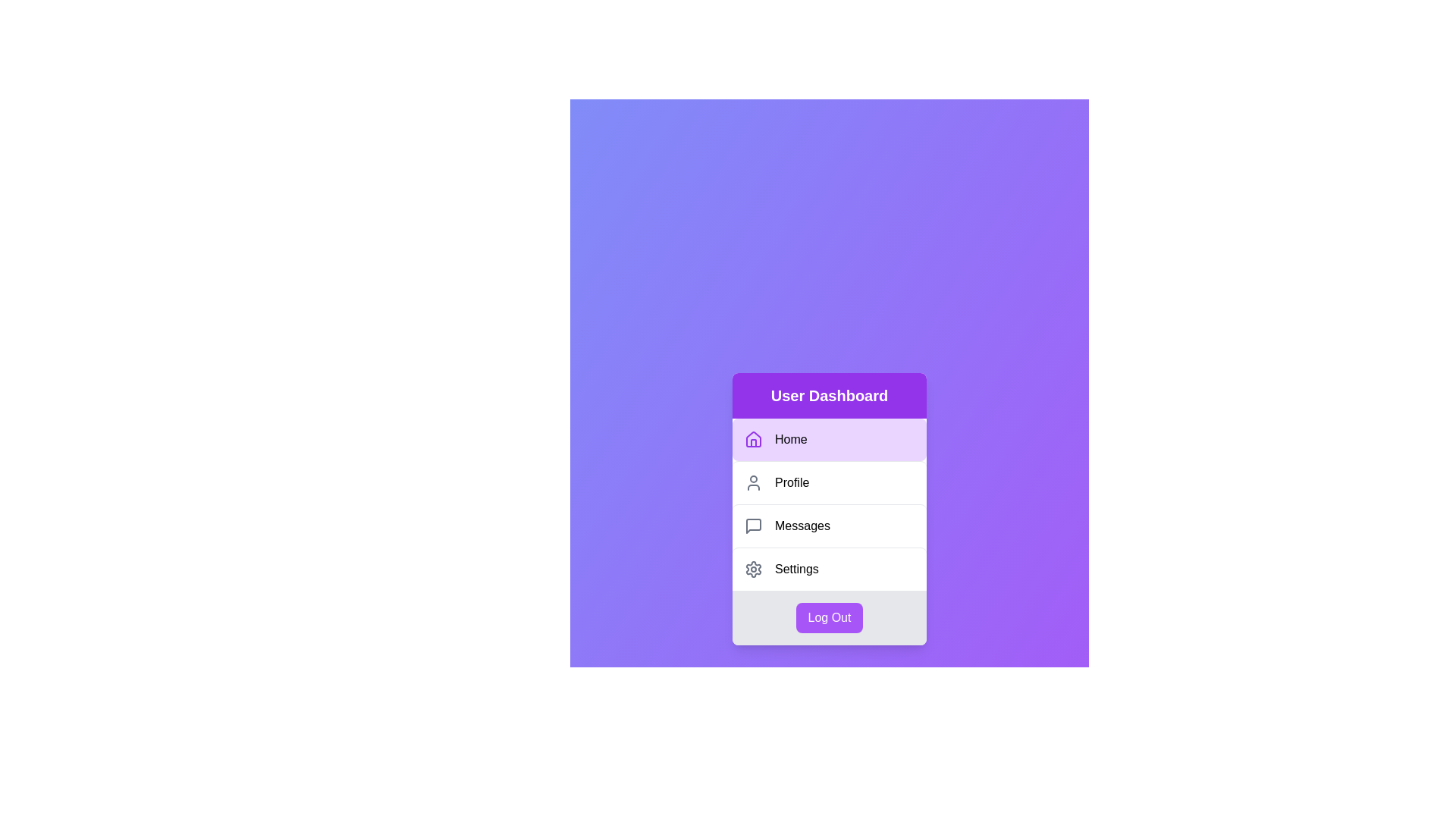  What do you see at coordinates (829, 525) in the screenshot?
I see `the menu item Messages` at bounding box center [829, 525].